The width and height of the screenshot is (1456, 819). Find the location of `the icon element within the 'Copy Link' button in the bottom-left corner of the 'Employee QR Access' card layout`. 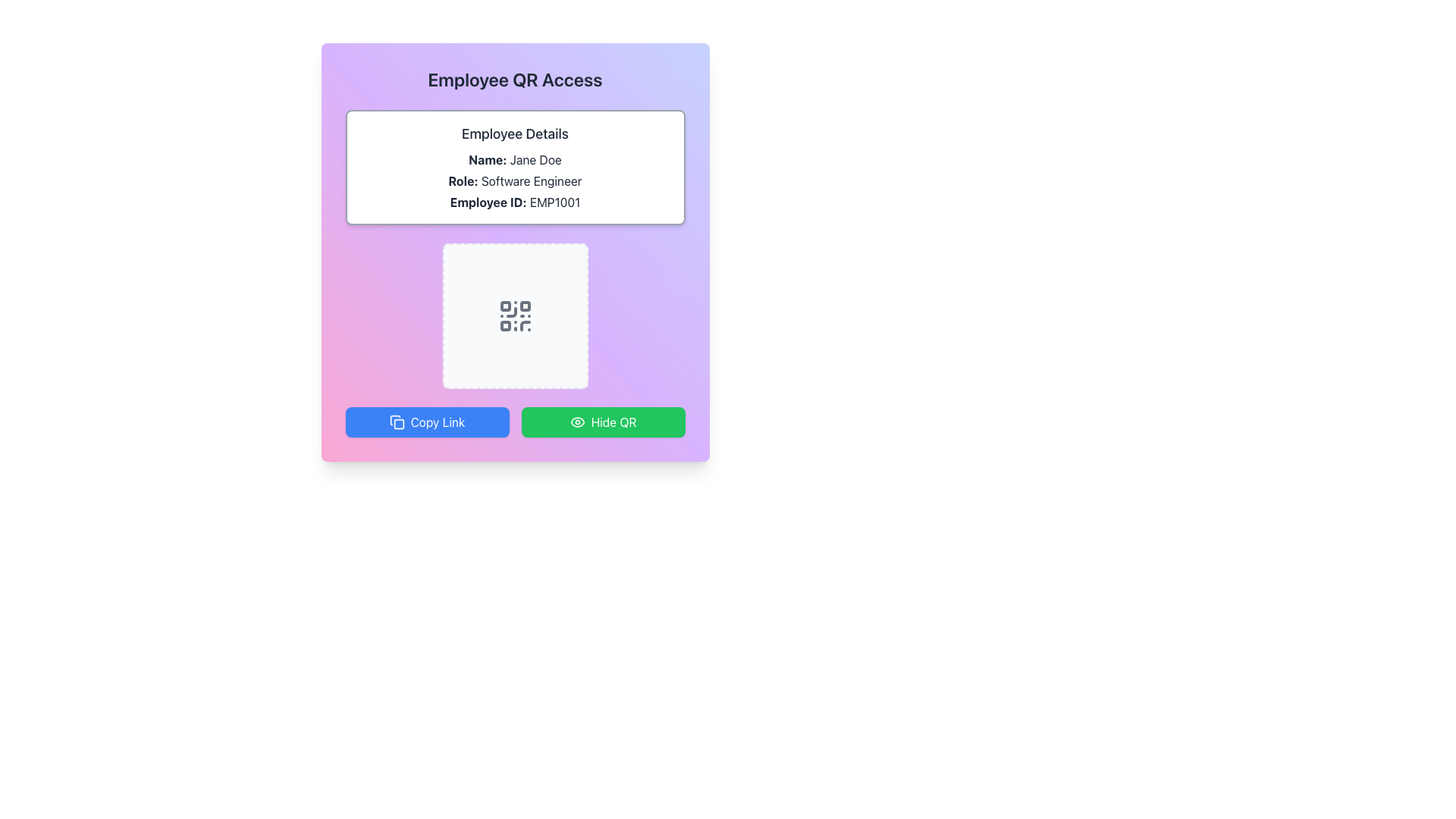

the icon element within the 'Copy Link' button in the bottom-left corner of the 'Employee QR Access' card layout is located at coordinates (399, 424).